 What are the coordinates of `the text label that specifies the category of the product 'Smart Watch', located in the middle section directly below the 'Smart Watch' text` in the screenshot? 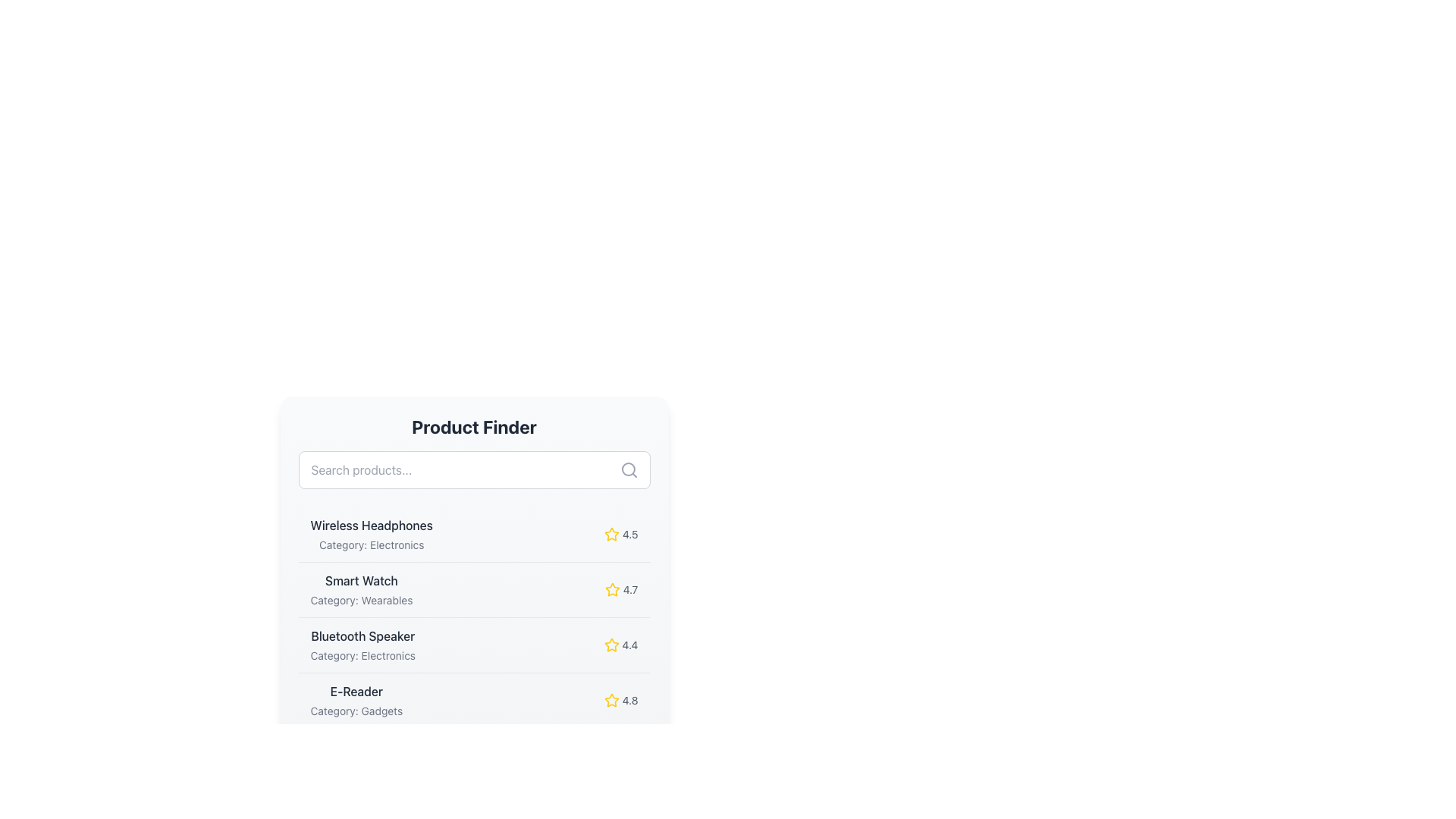 It's located at (360, 599).